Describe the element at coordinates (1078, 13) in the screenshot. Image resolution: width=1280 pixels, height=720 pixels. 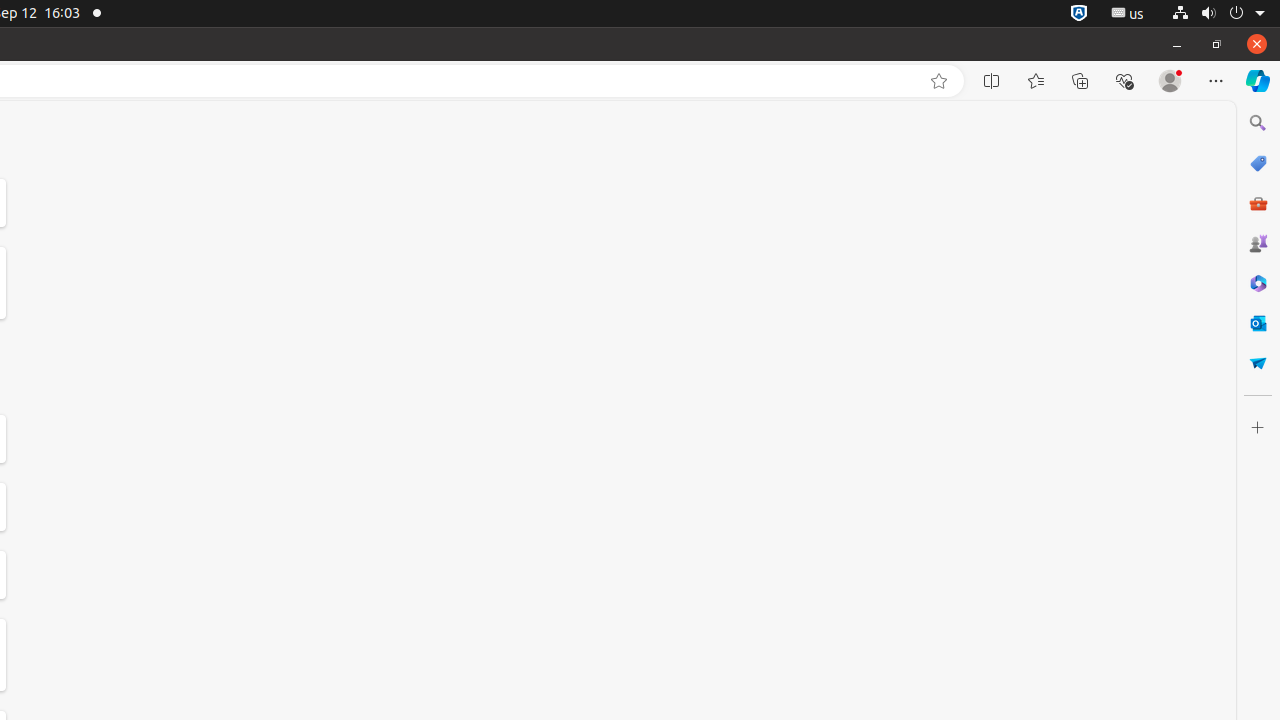
I see `':1.72/StatusNotifierItem'` at that location.